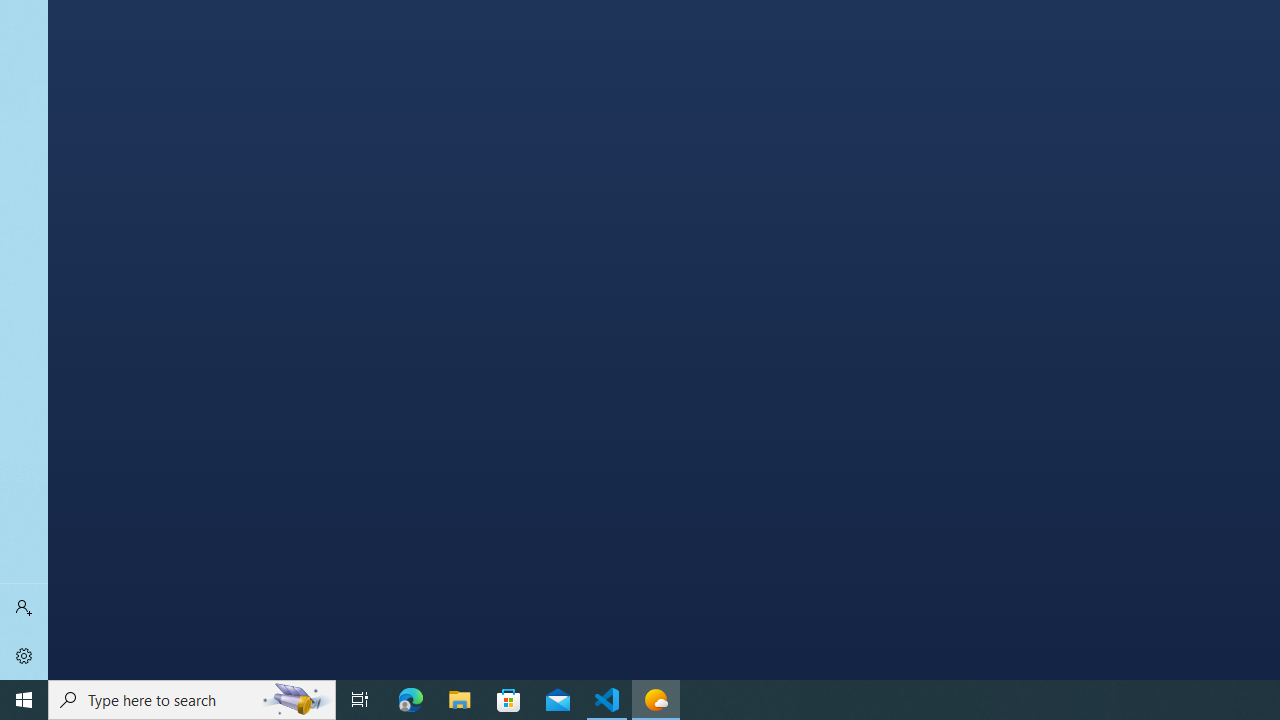 This screenshot has height=720, width=1280. Describe the element at coordinates (24, 655) in the screenshot. I see `'Settings'` at that location.